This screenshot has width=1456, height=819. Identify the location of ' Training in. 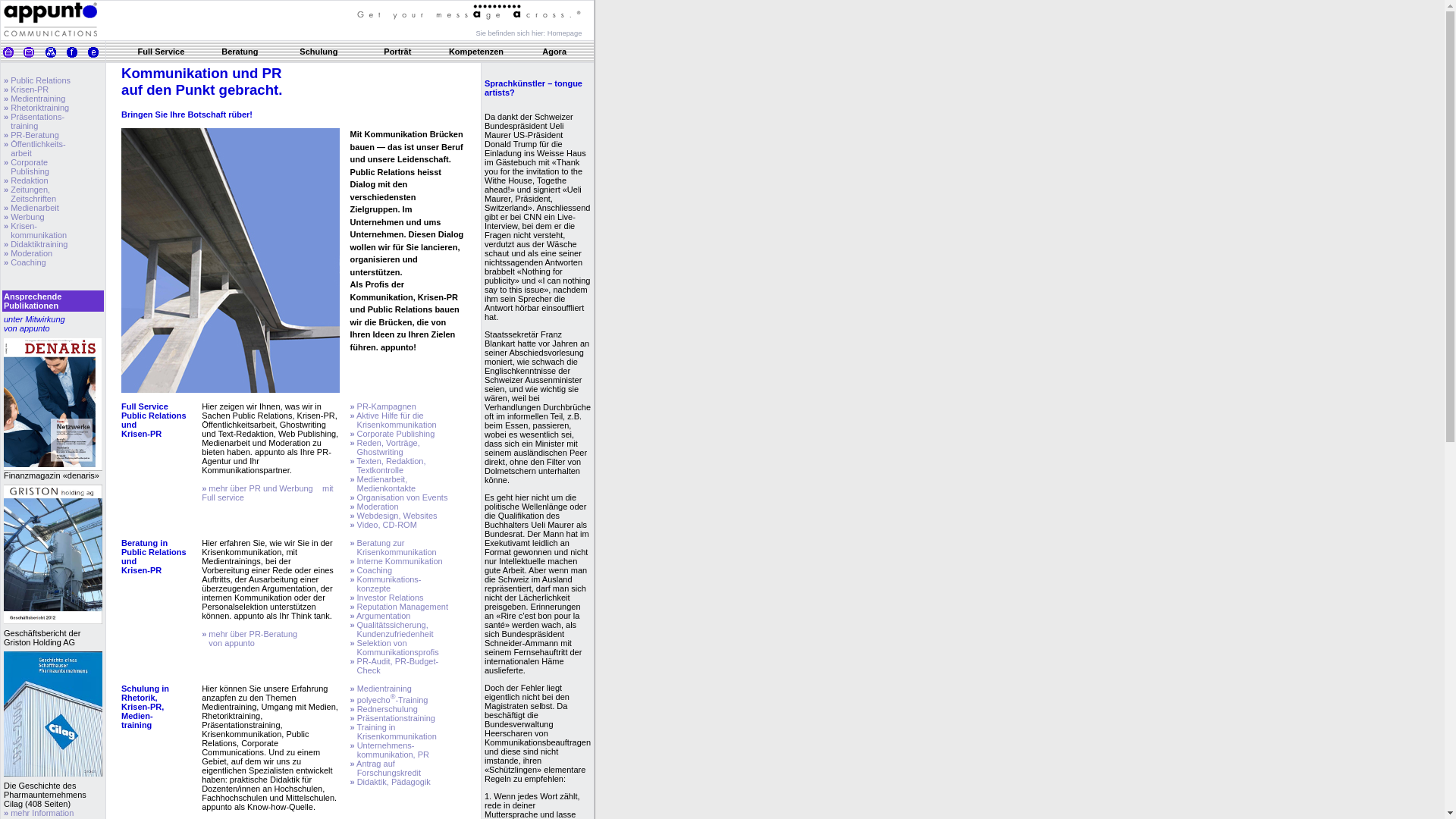
(393, 730).